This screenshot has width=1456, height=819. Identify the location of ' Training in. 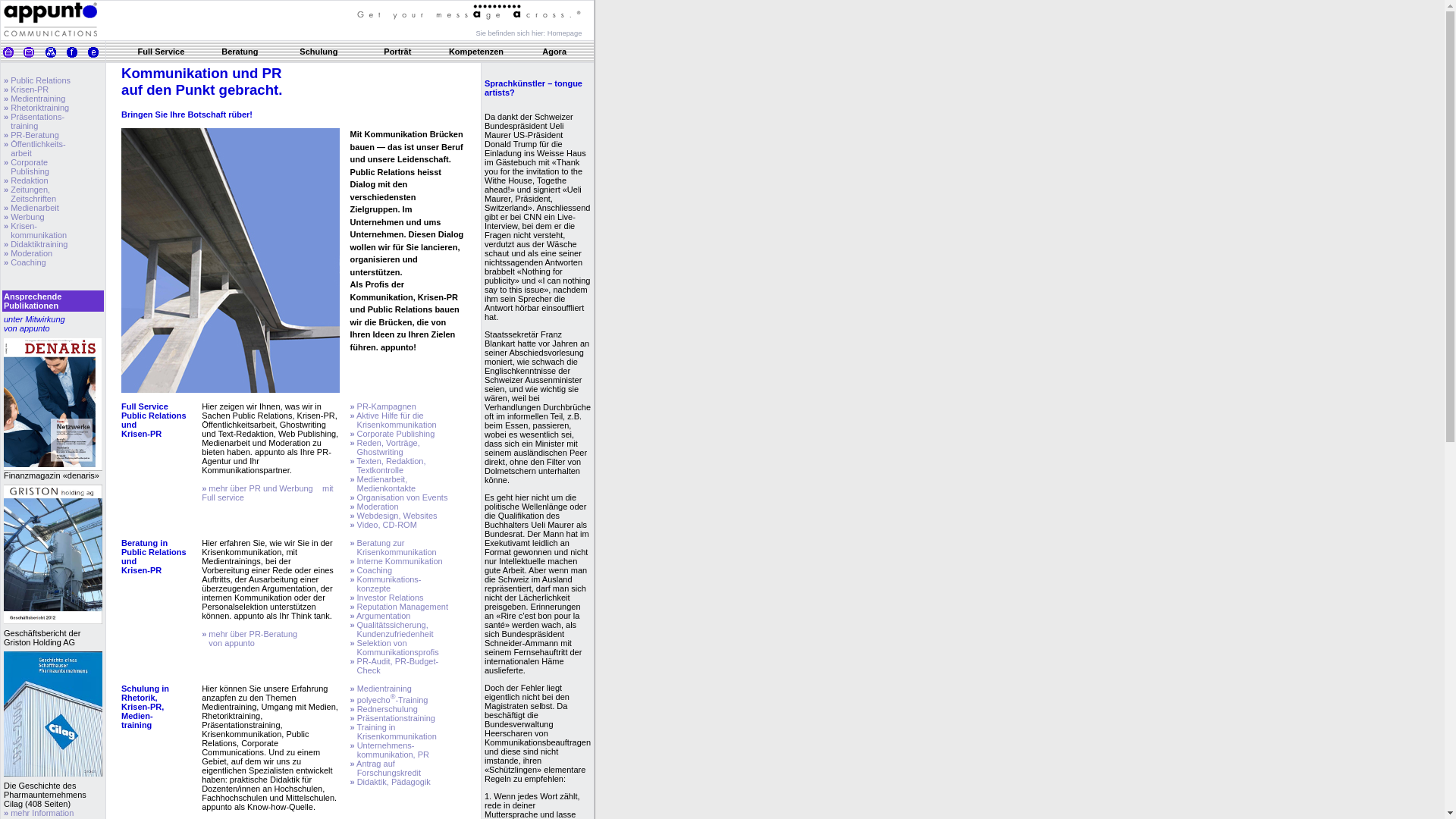
(393, 730).